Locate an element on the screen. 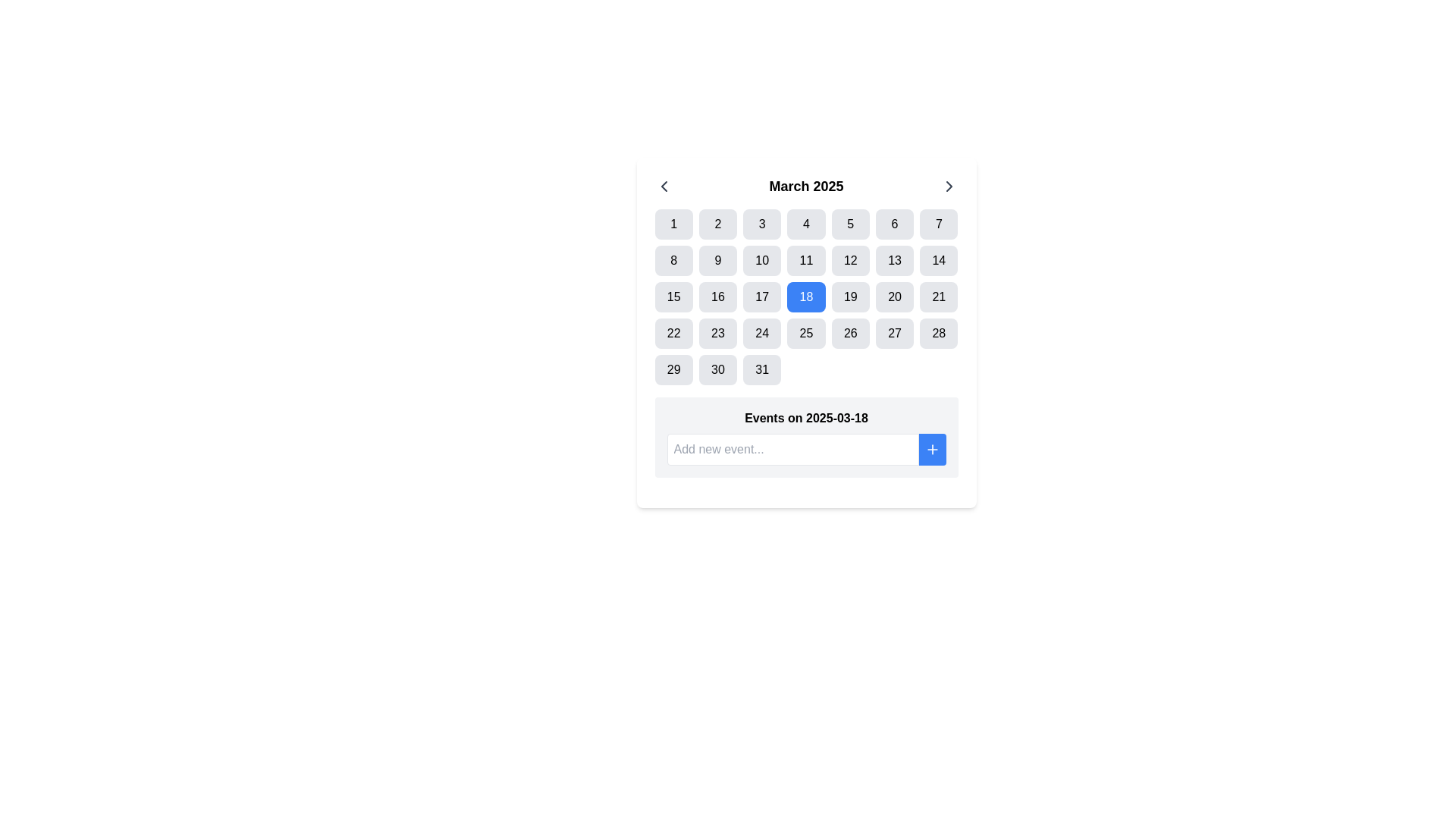 The image size is (1456, 819). the selectable date button in the calendar grid for March 2025, located in the first row and third column, for additional information is located at coordinates (762, 224).